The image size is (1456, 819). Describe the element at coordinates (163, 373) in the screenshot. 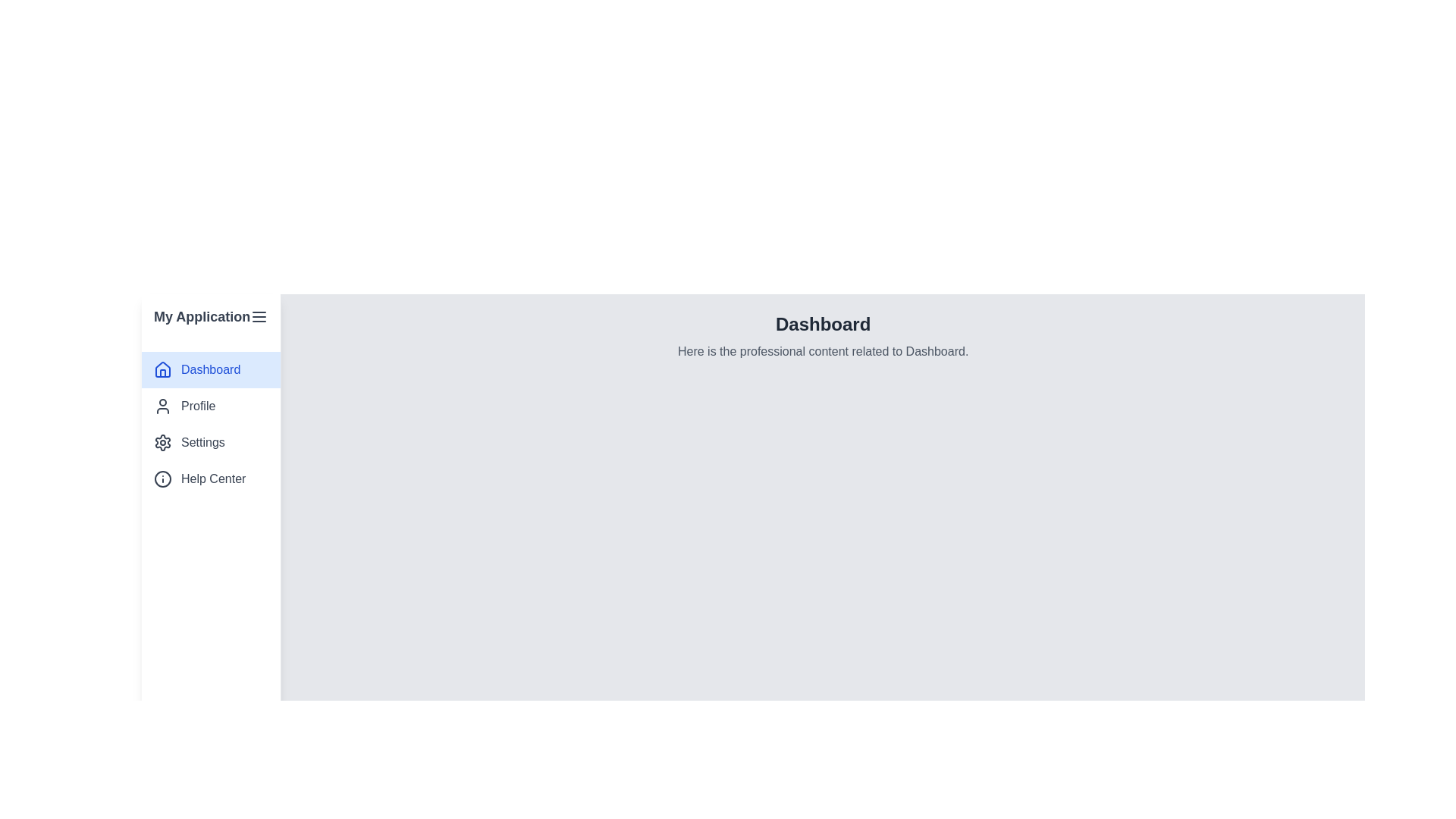

I see `the vertical bar segment of the SVG house icon located in the sidebar menu associated with the 'Dashboard' option` at that location.